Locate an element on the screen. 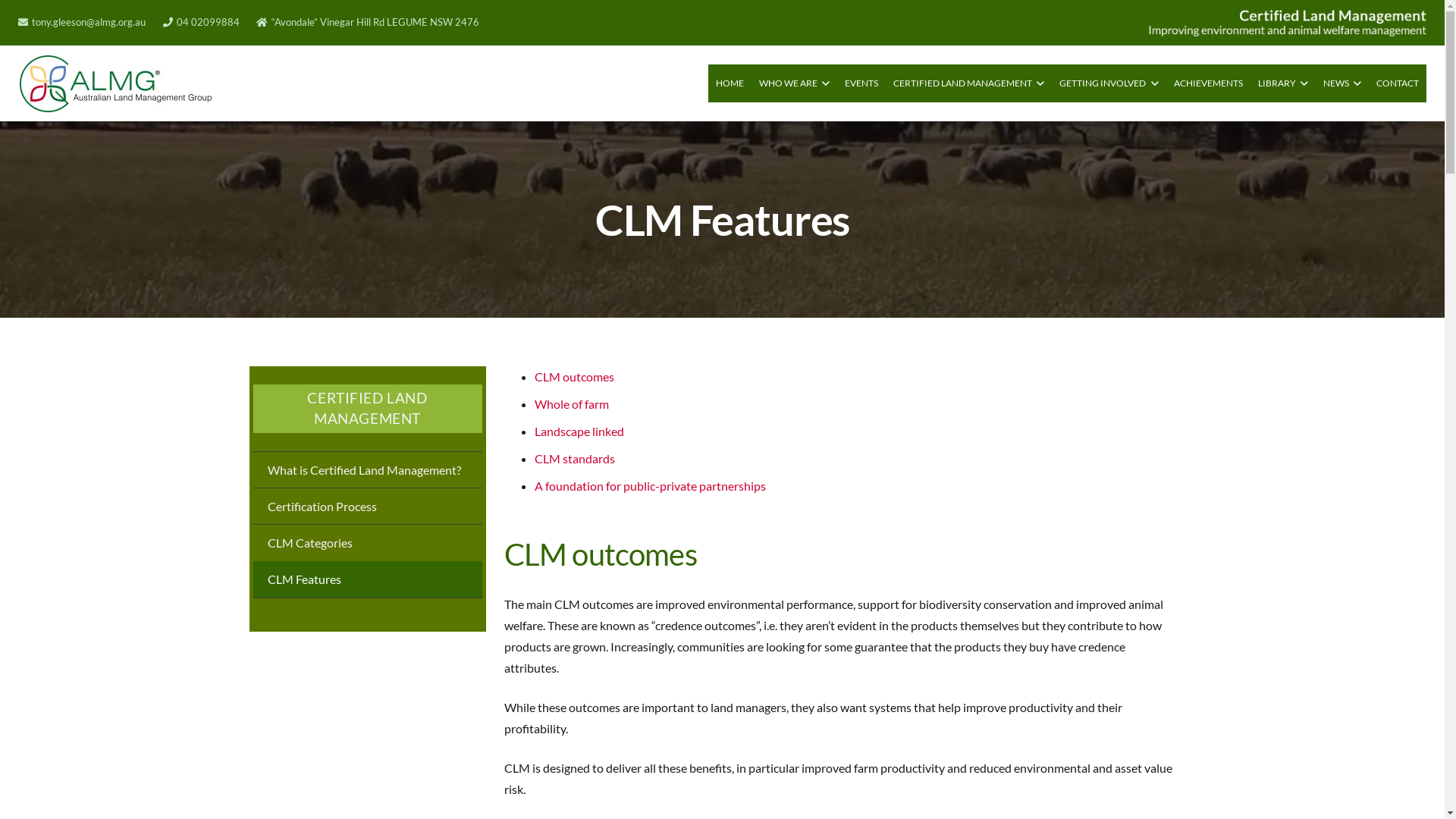 Image resolution: width=1456 pixels, height=819 pixels. 'CERTIFIED LAND MANAGEMENT' is located at coordinates (968, 83).